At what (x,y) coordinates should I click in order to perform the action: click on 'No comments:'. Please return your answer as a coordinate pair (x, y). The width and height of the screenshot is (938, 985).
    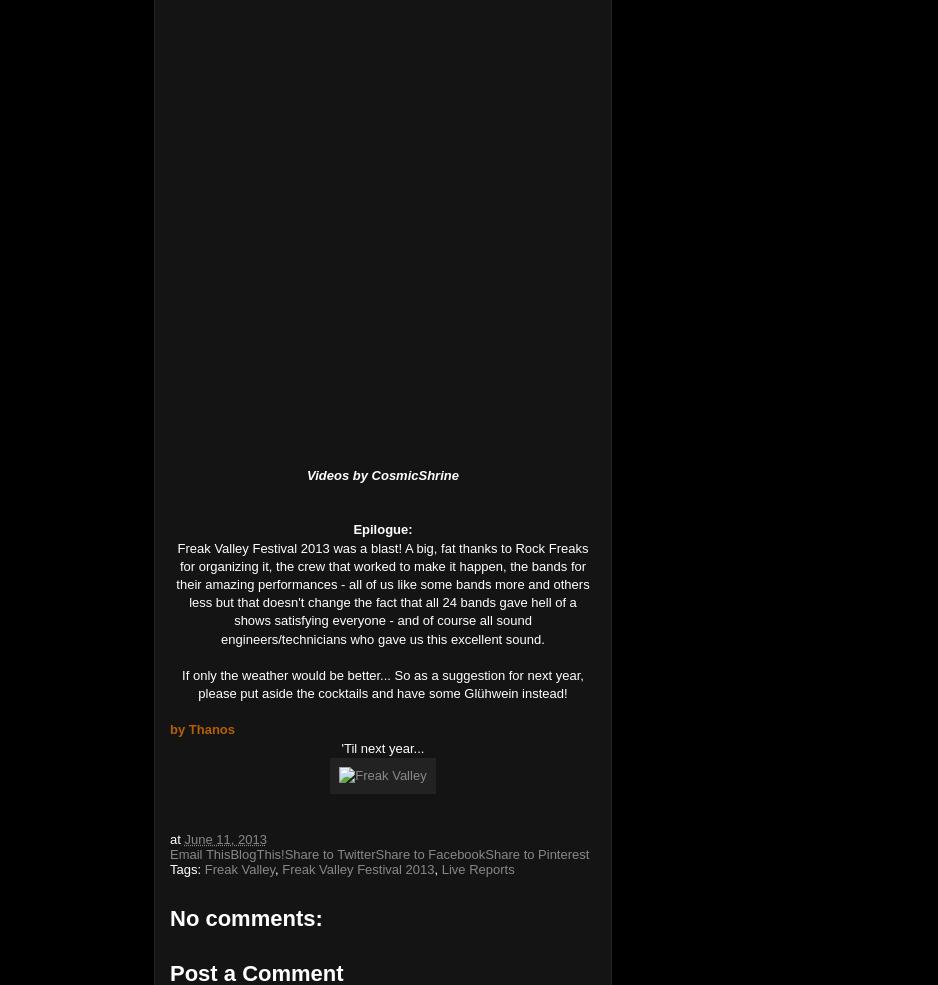
    Looking at the image, I should click on (168, 917).